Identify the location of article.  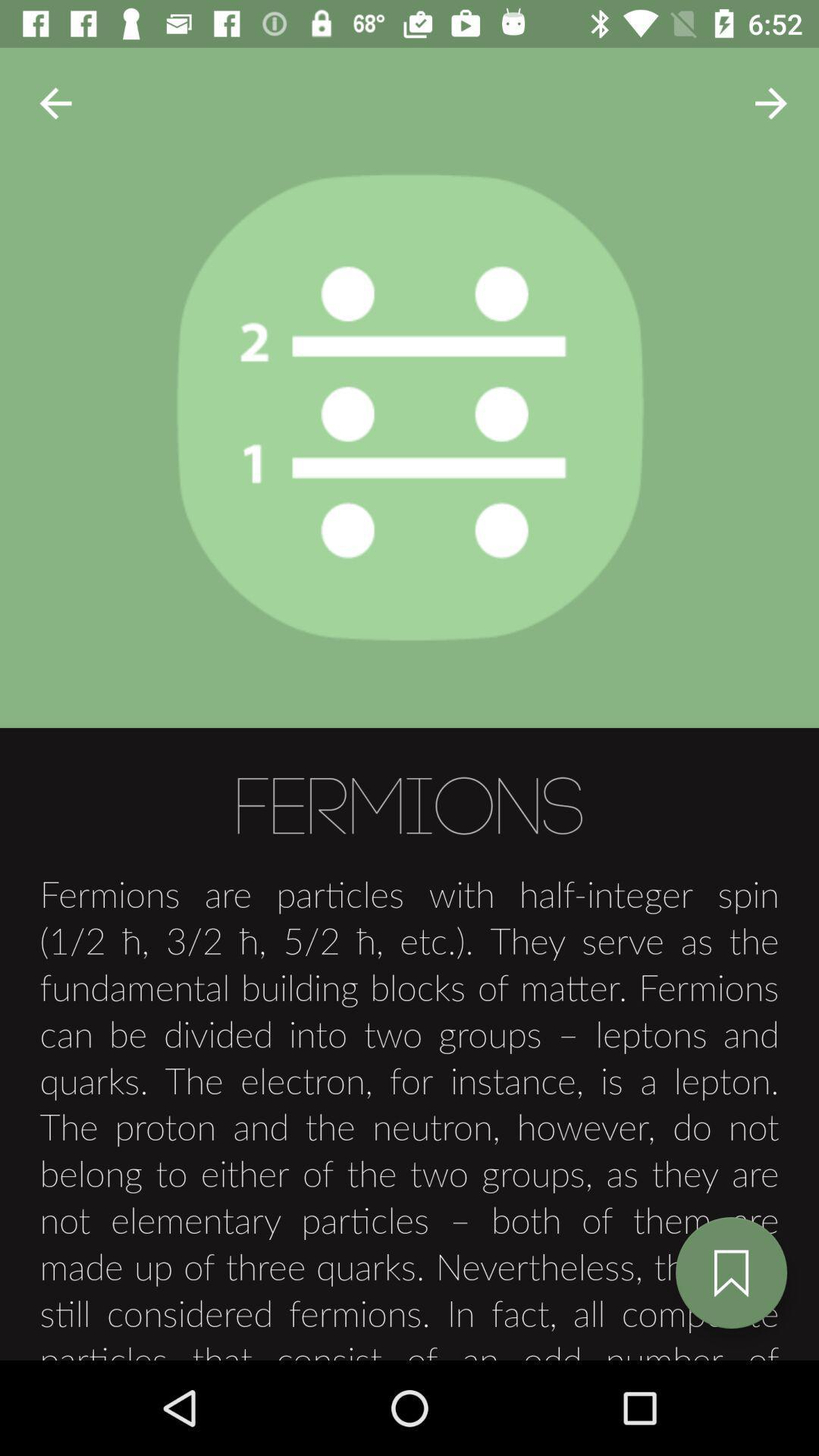
(730, 1272).